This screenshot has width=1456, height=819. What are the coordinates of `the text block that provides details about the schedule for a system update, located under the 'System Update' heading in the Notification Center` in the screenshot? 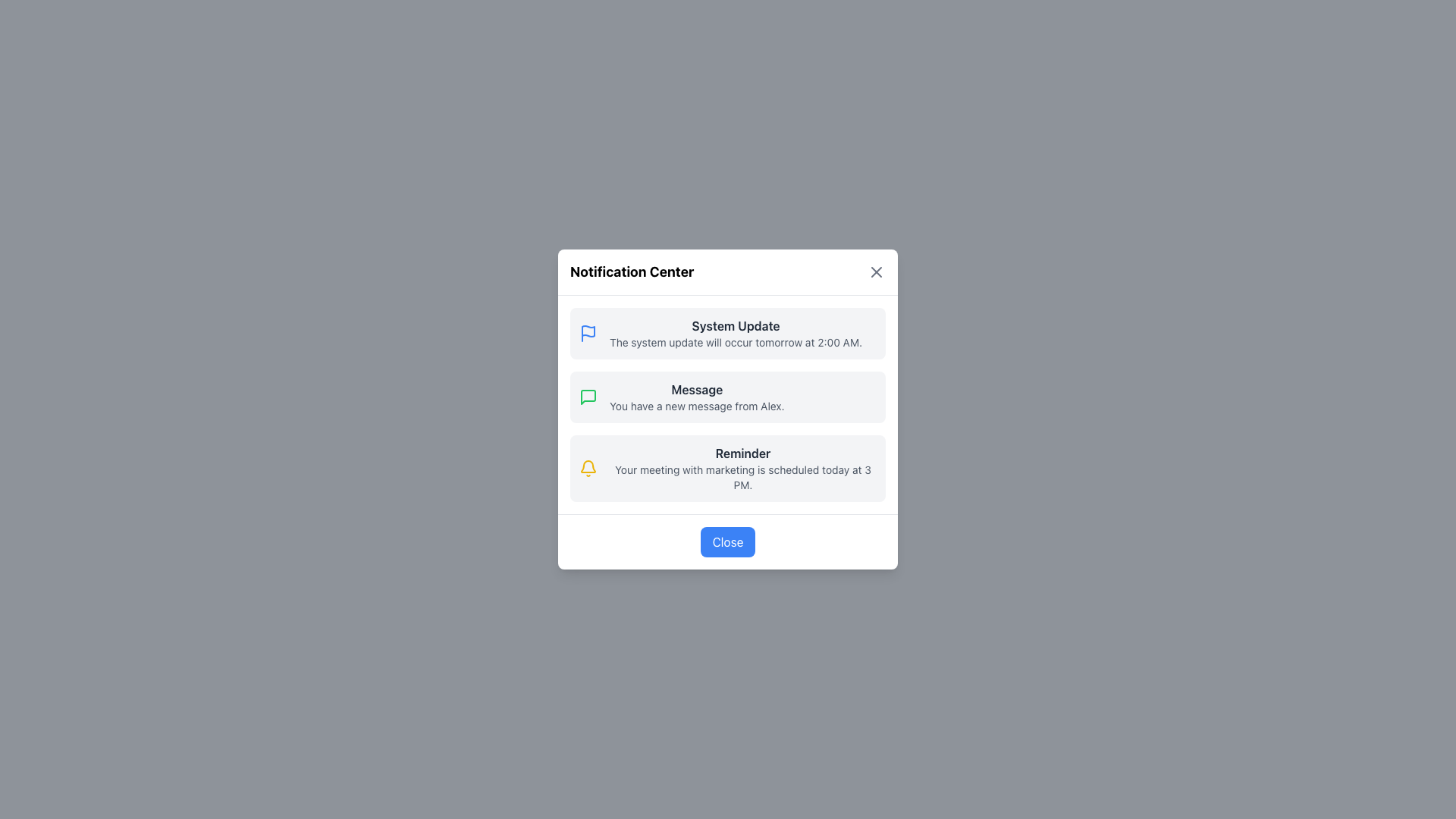 It's located at (736, 342).